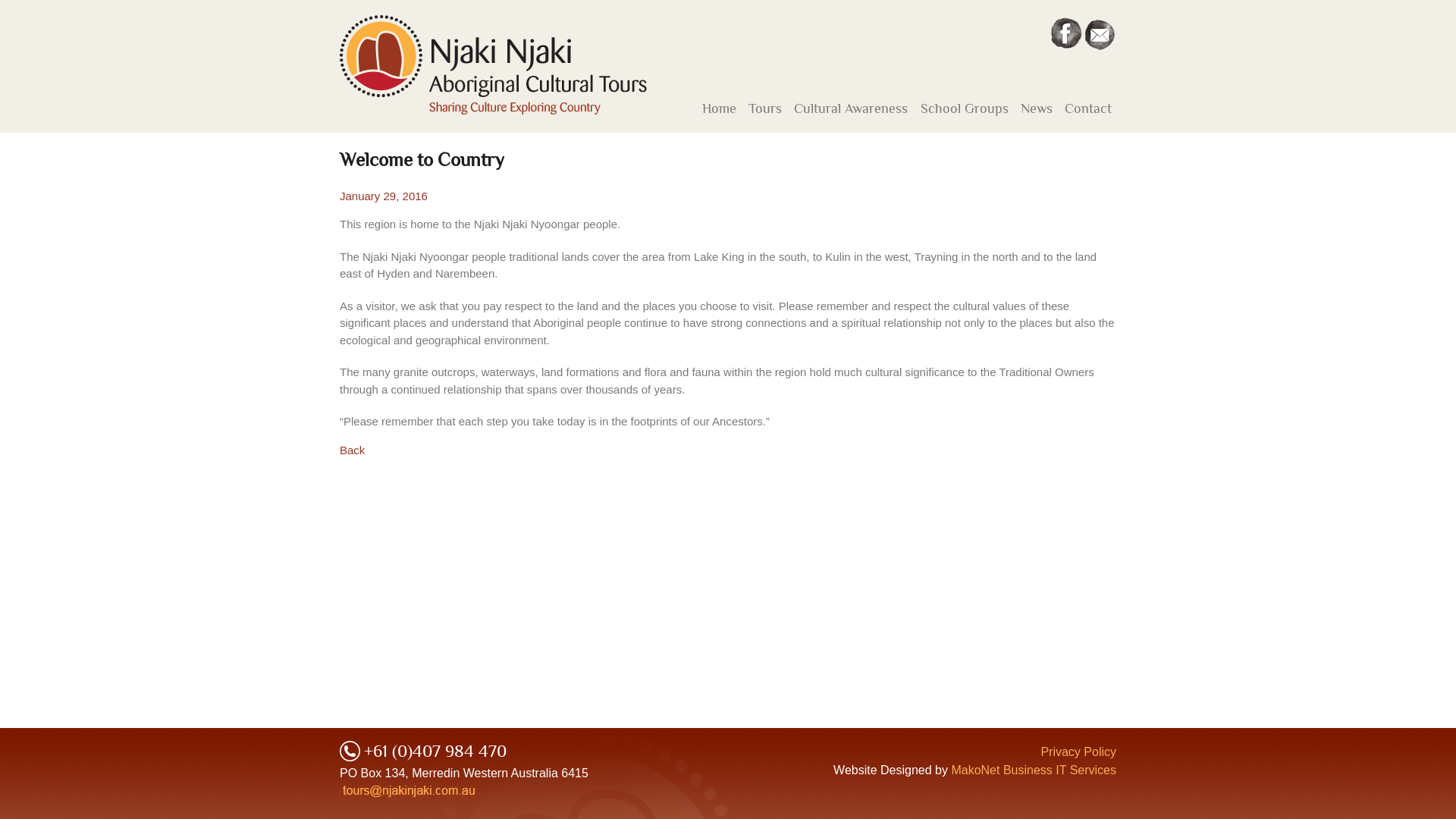 This screenshot has height=819, width=1456. Describe the element at coordinates (1065, 33) in the screenshot. I see `'Facebook'` at that location.